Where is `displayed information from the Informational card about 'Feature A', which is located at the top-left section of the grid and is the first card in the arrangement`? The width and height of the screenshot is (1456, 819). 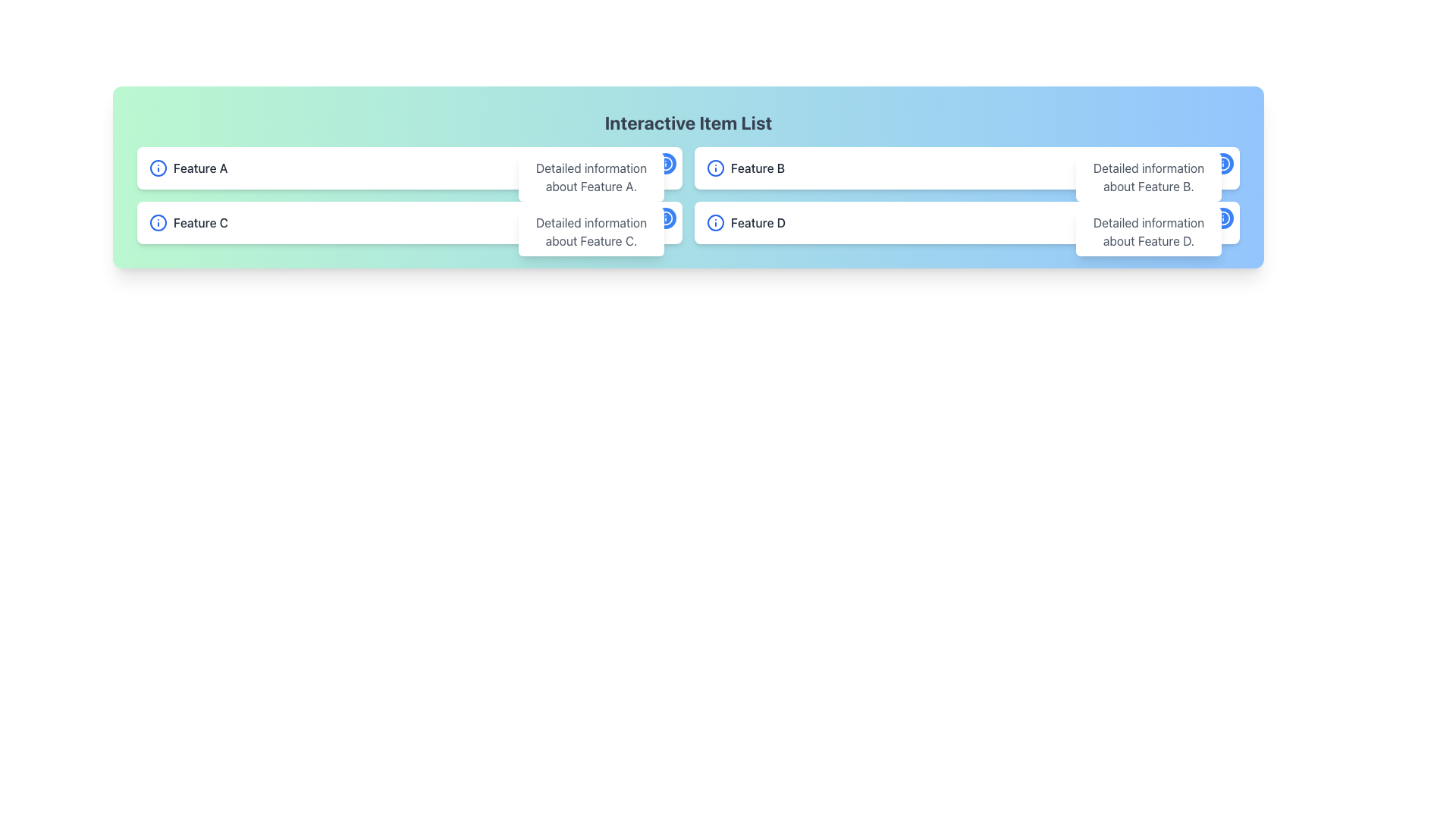 displayed information from the Informational card about 'Feature A', which is located at the top-left section of the grid and is the first card in the arrangement is located at coordinates (409, 168).